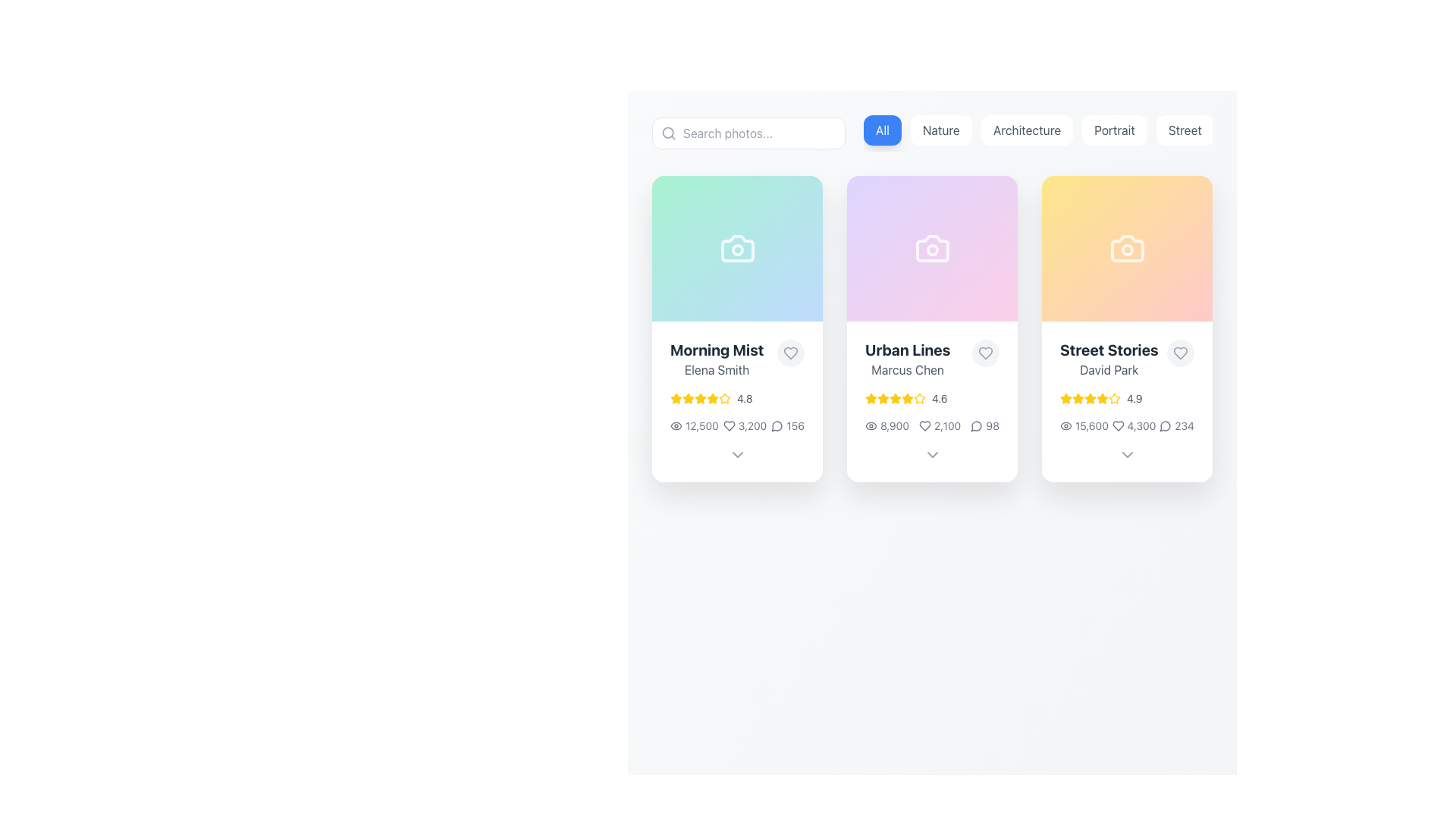 This screenshot has width=1456, height=819. I want to click on the rating value of the leftmost image card in the gallery, which displays metadata including title, creator, and interaction statistics, so click(737, 400).